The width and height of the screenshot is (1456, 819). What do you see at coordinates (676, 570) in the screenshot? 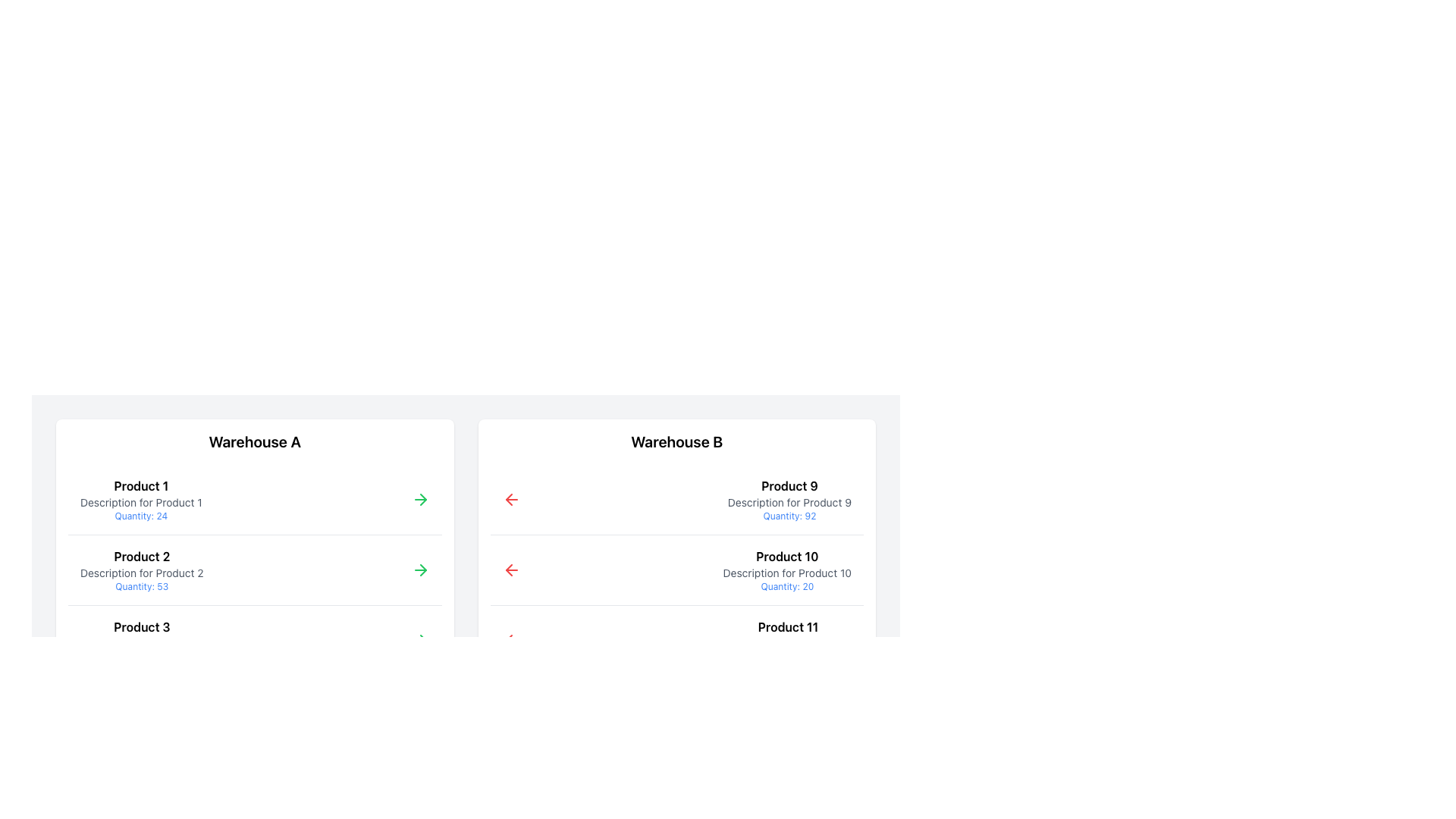
I see `the List item containing 'Product 10', which is positioned on the second row under 'Warehouse B', featuring a red arrow icon and text elements including 'Quantity: 20'` at bounding box center [676, 570].